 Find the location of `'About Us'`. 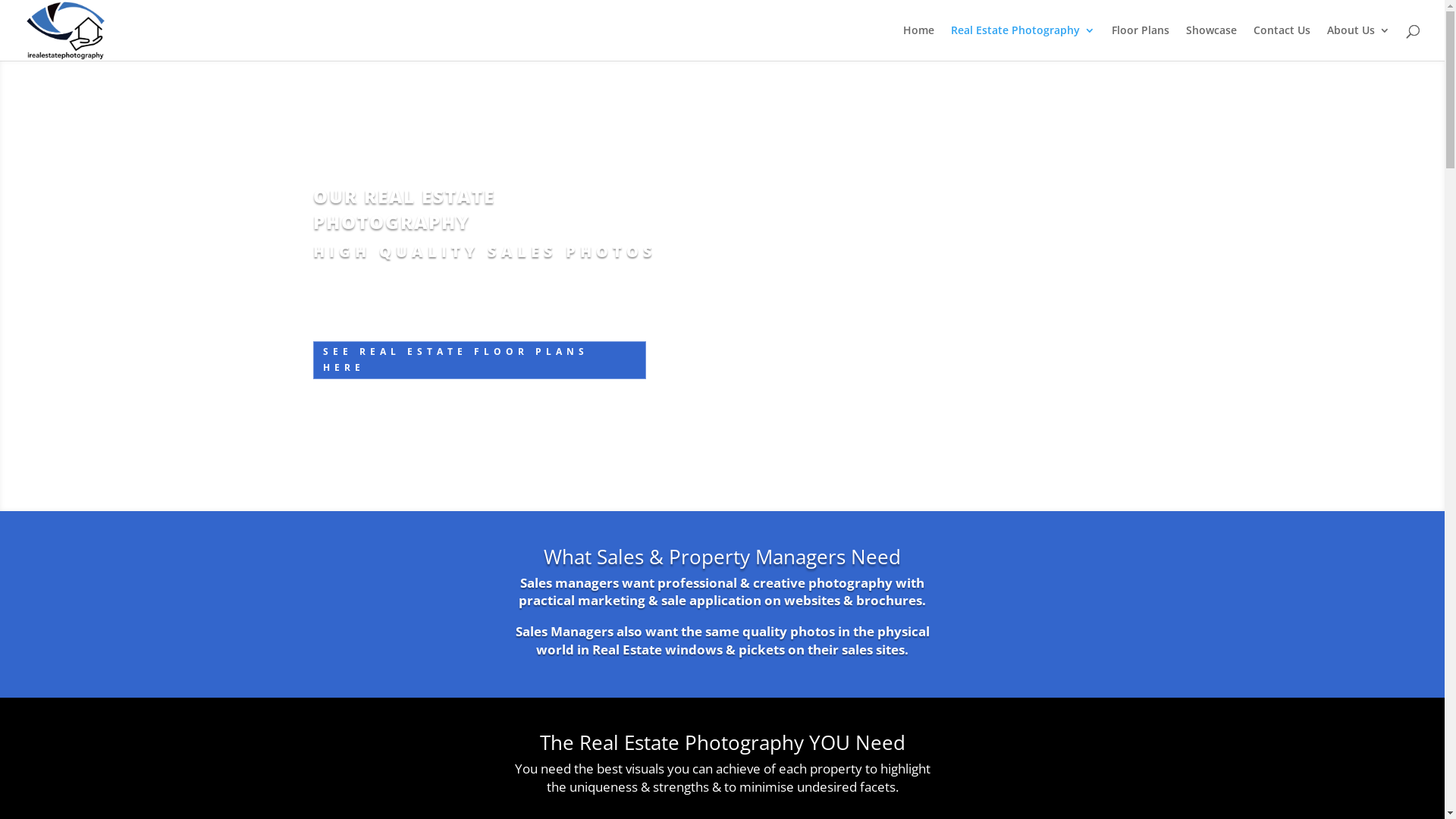

'About Us' is located at coordinates (1326, 42).